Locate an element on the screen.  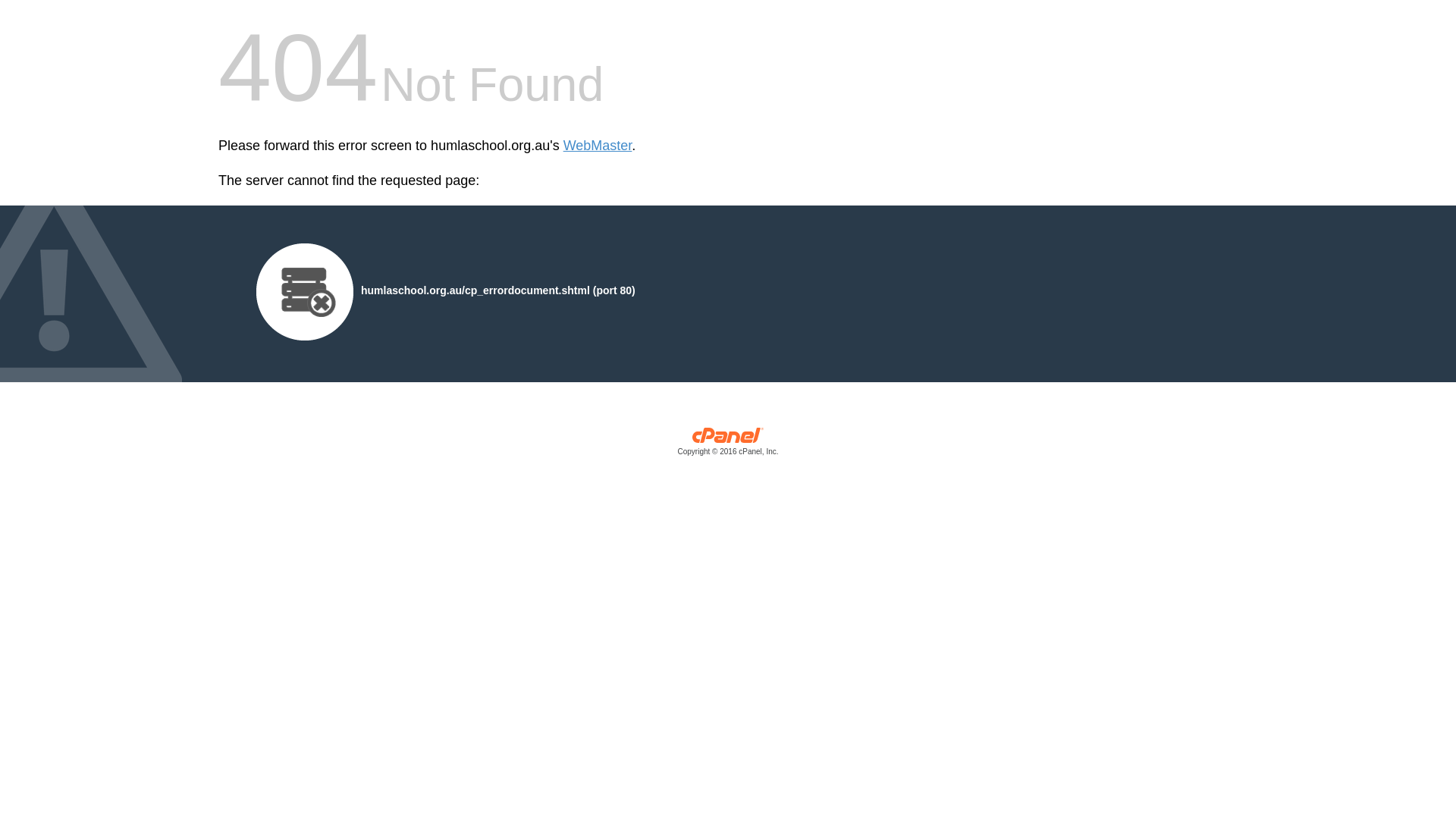
'WebMaster' is located at coordinates (597, 146).